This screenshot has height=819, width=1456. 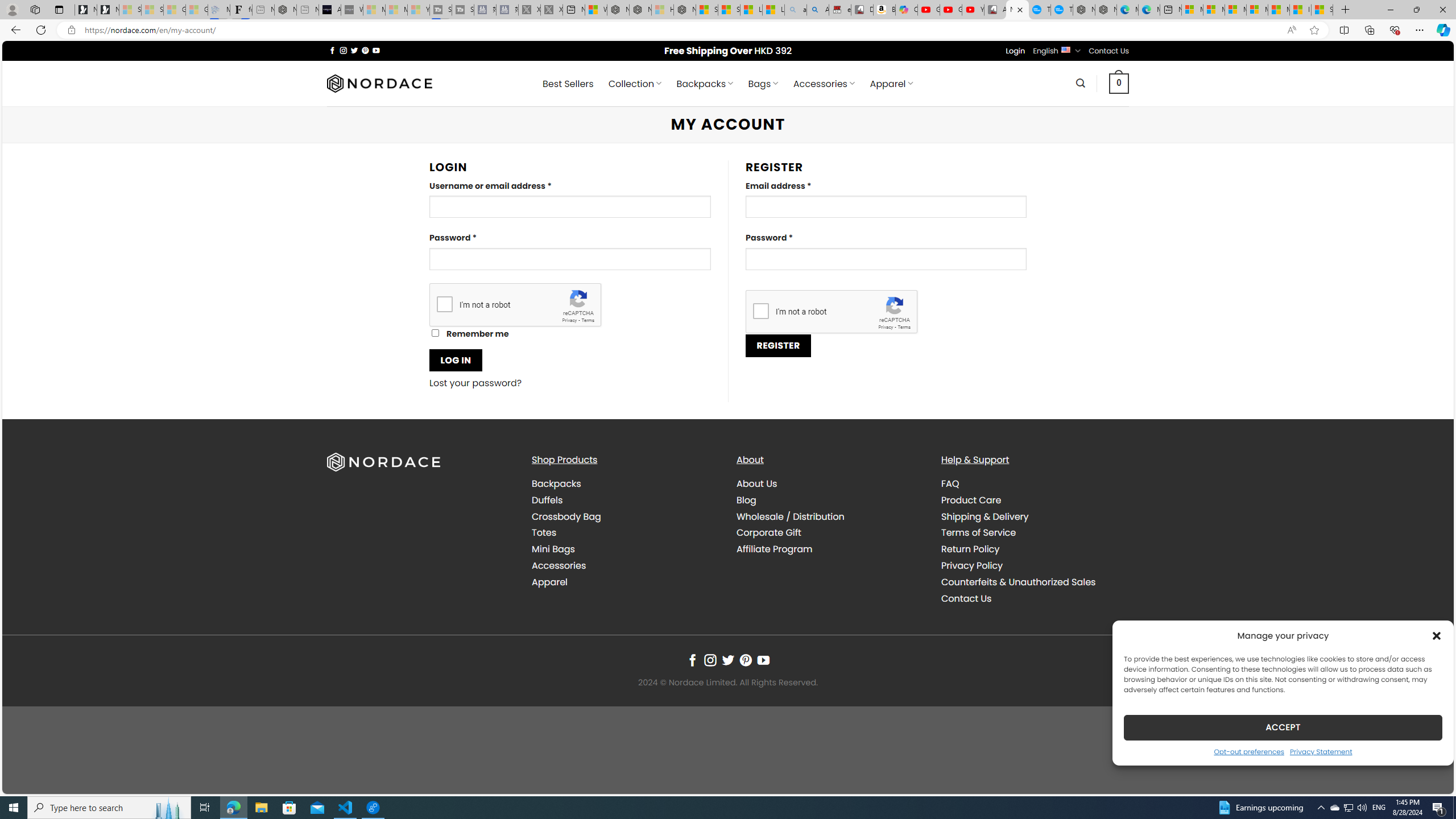 What do you see at coordinates (455, 359) in the screenshot?
I see `'LOG IN'` at bounding box center [455, 359].